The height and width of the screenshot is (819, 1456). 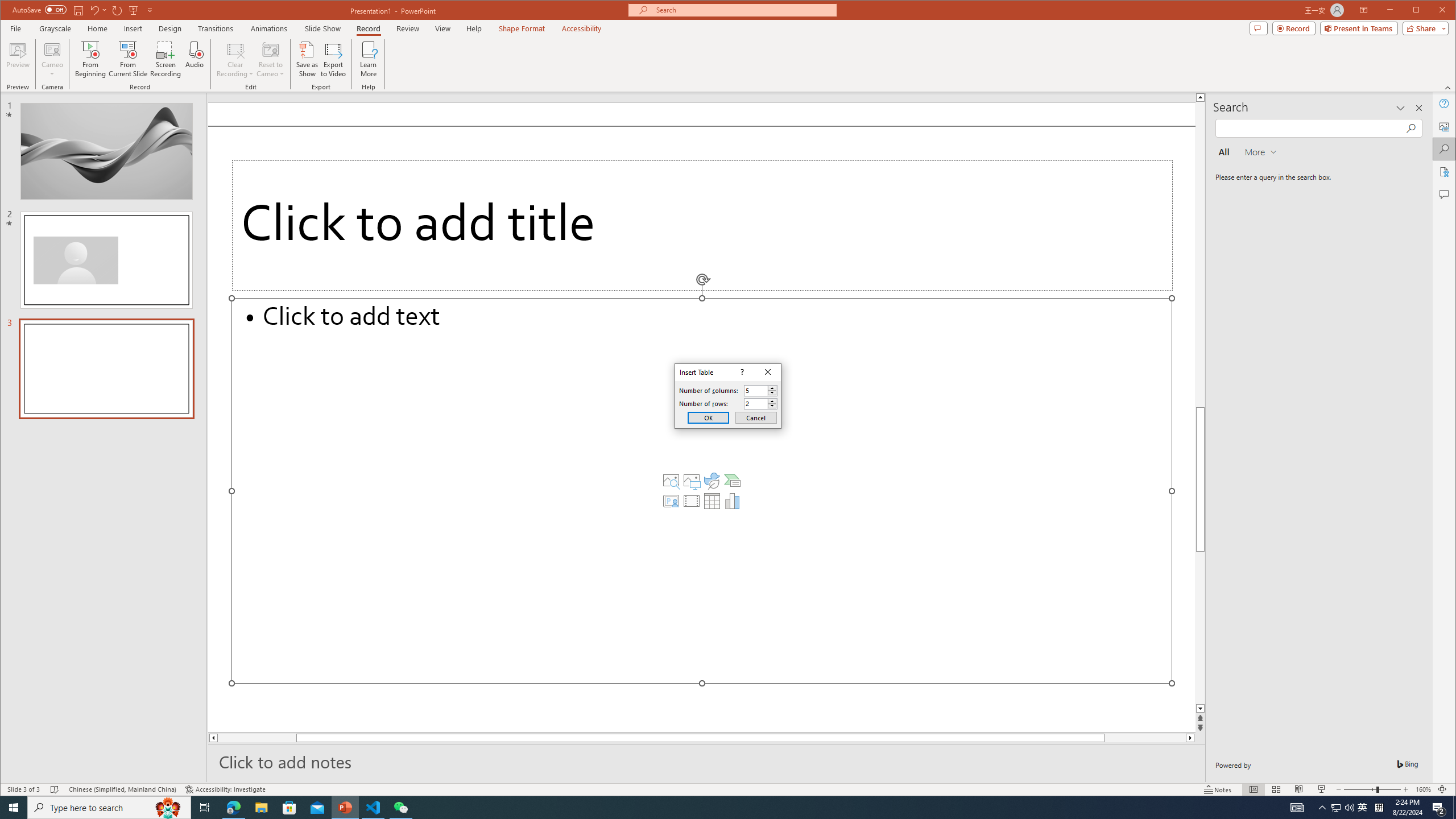 What do you see at coordinates (1199, 303) in the screenshot?
I see `'Page up'` at bounding box center [1199, 303].